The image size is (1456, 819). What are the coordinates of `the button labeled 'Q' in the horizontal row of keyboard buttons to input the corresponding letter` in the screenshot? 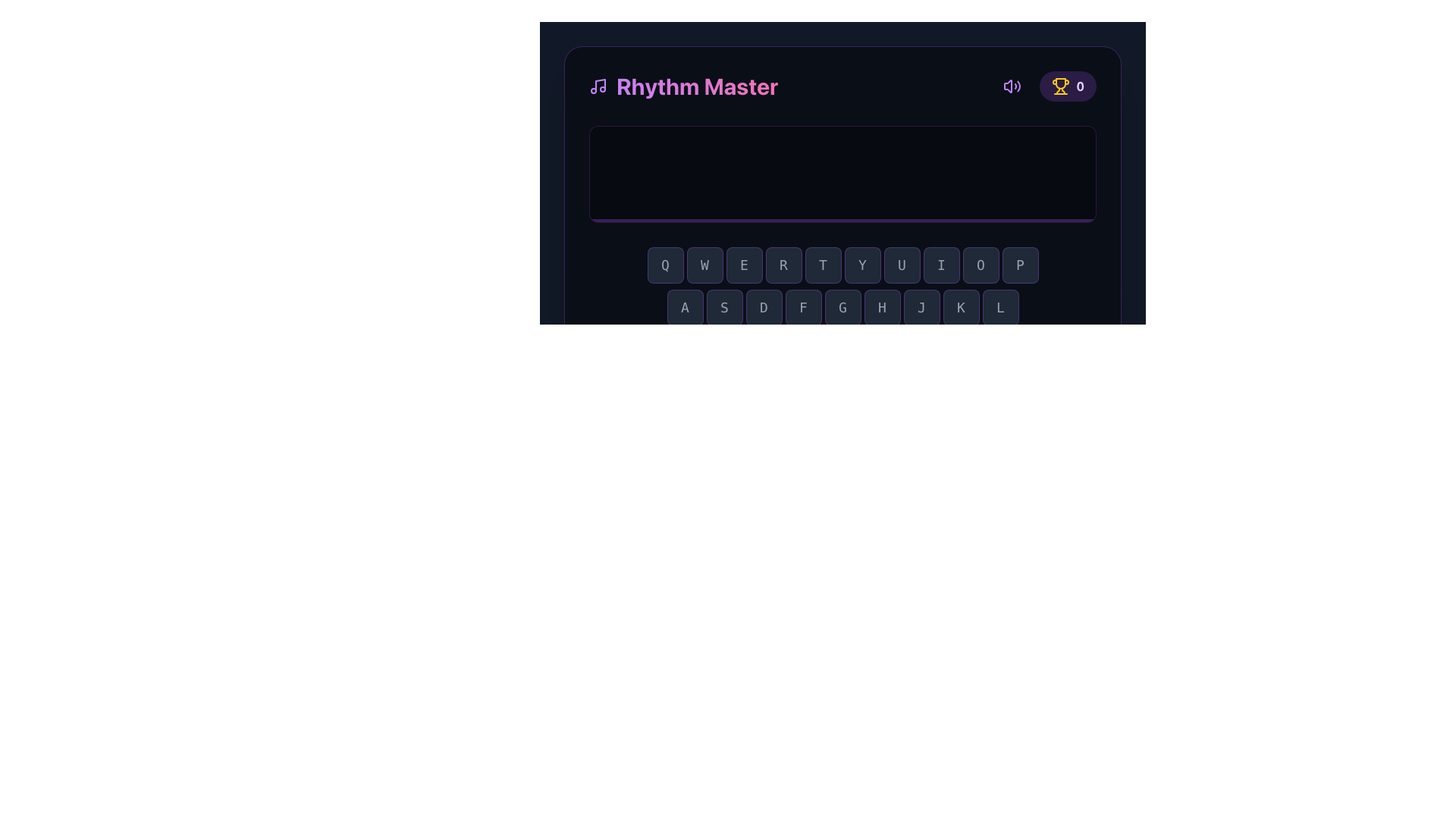 It's located at (842, 265).